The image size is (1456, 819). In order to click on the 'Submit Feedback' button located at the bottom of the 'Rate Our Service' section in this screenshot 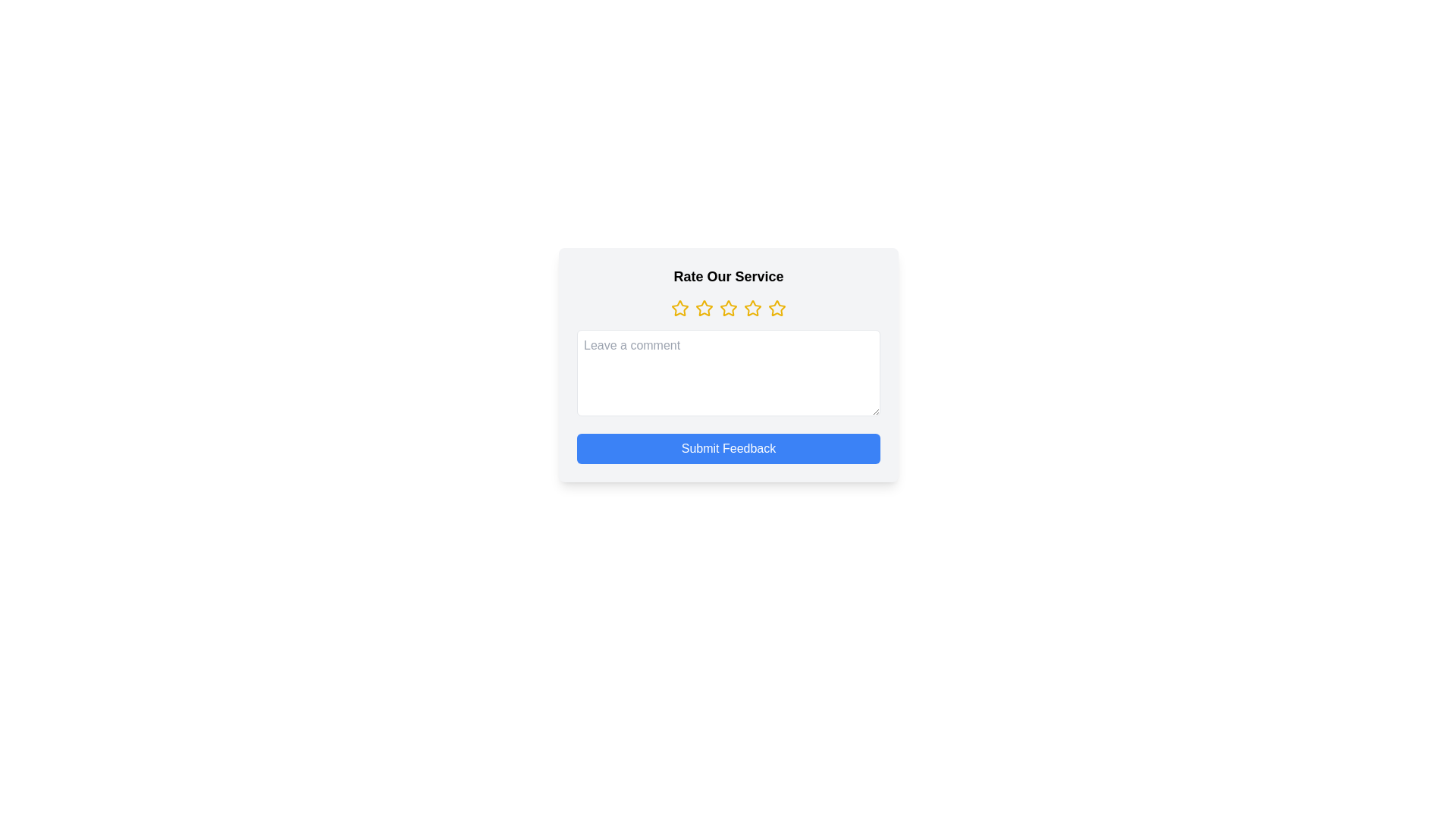, I will do `click(728, 447)`.